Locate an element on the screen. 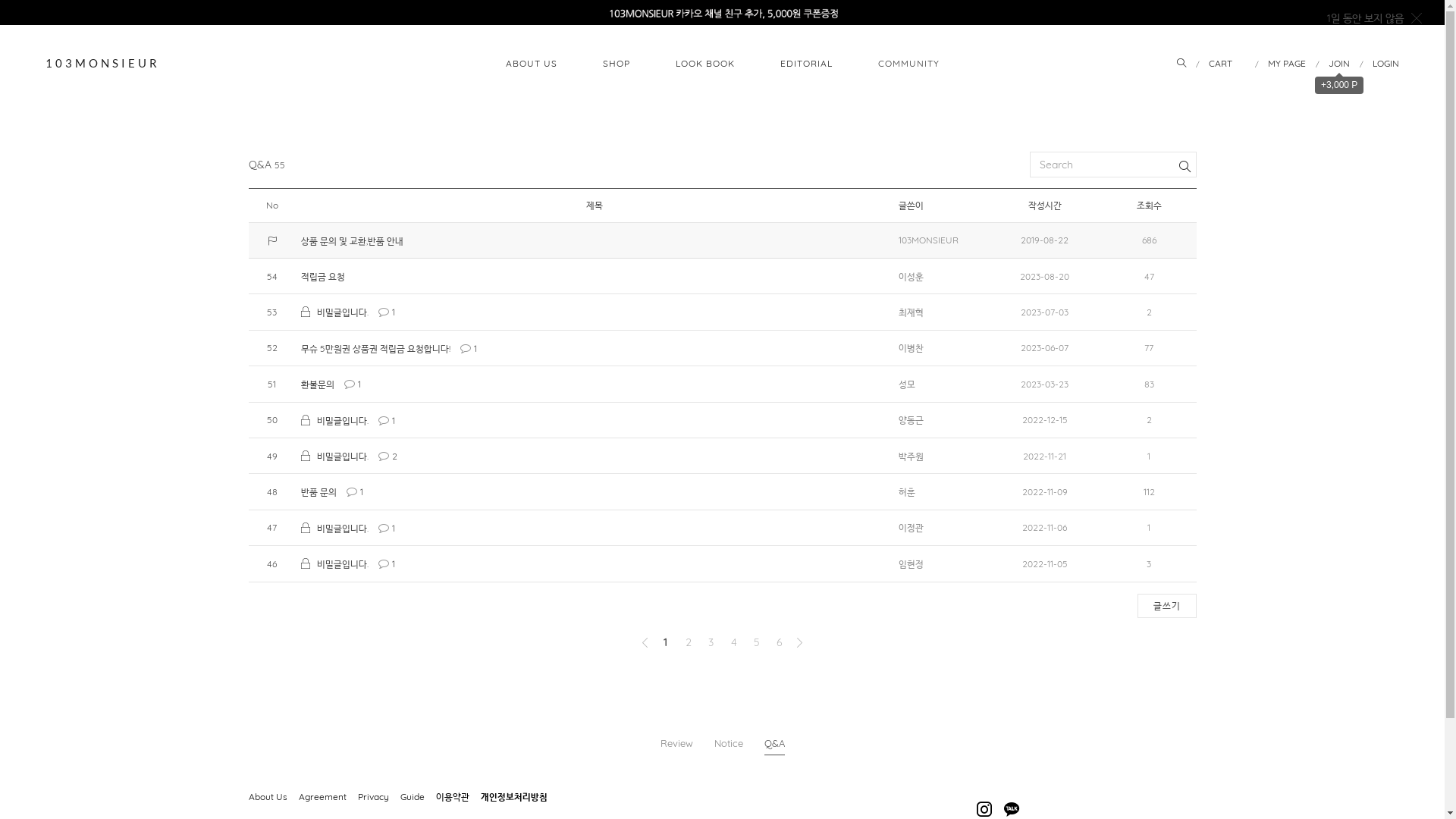  'MY PAGE' is located at coordinates (1286, 62).